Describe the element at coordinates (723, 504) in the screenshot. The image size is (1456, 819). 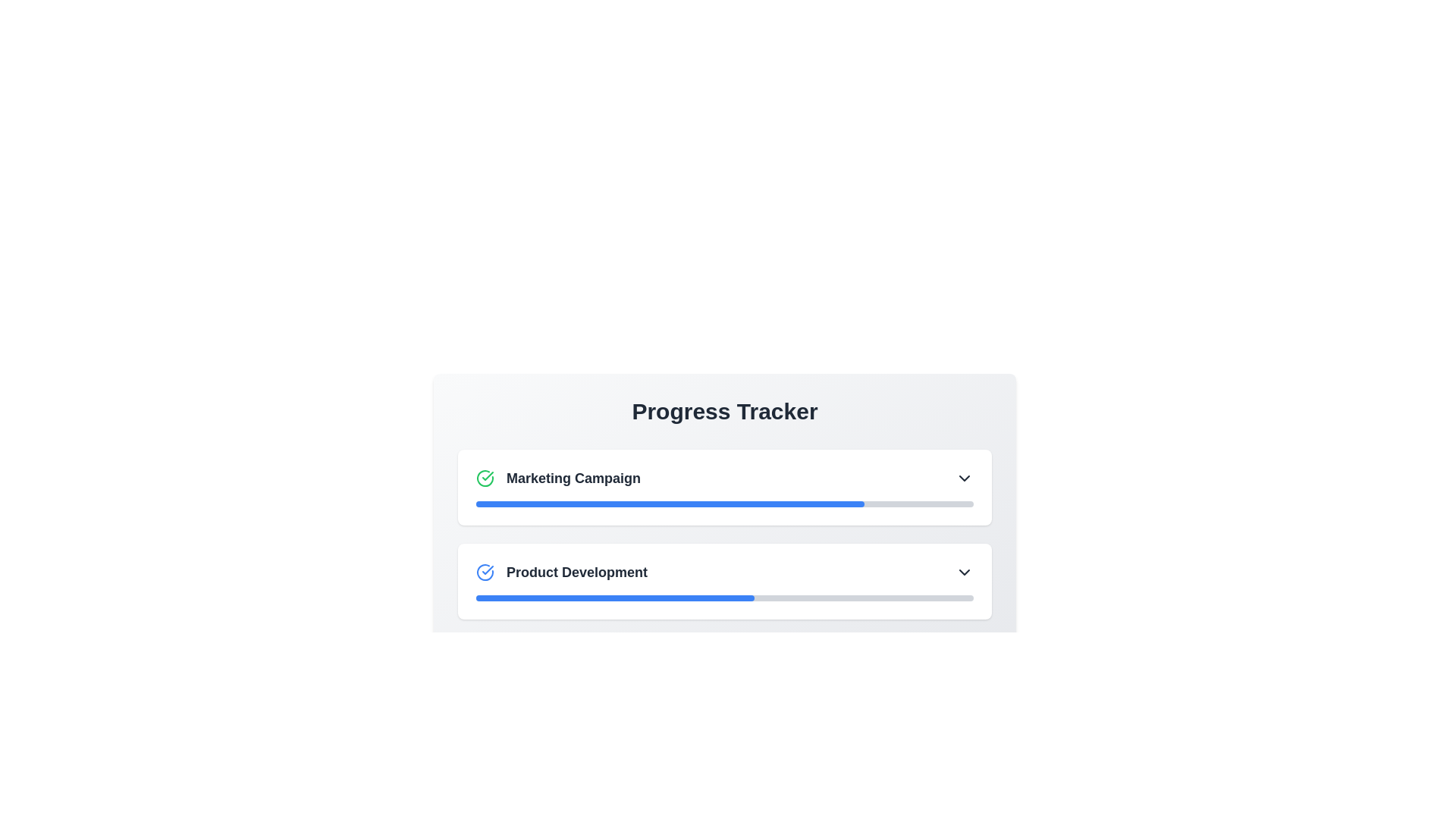
I see `the Progress bar located in the 'Marketing Campaign' section, which visually represents the task's completion progress` at that location.